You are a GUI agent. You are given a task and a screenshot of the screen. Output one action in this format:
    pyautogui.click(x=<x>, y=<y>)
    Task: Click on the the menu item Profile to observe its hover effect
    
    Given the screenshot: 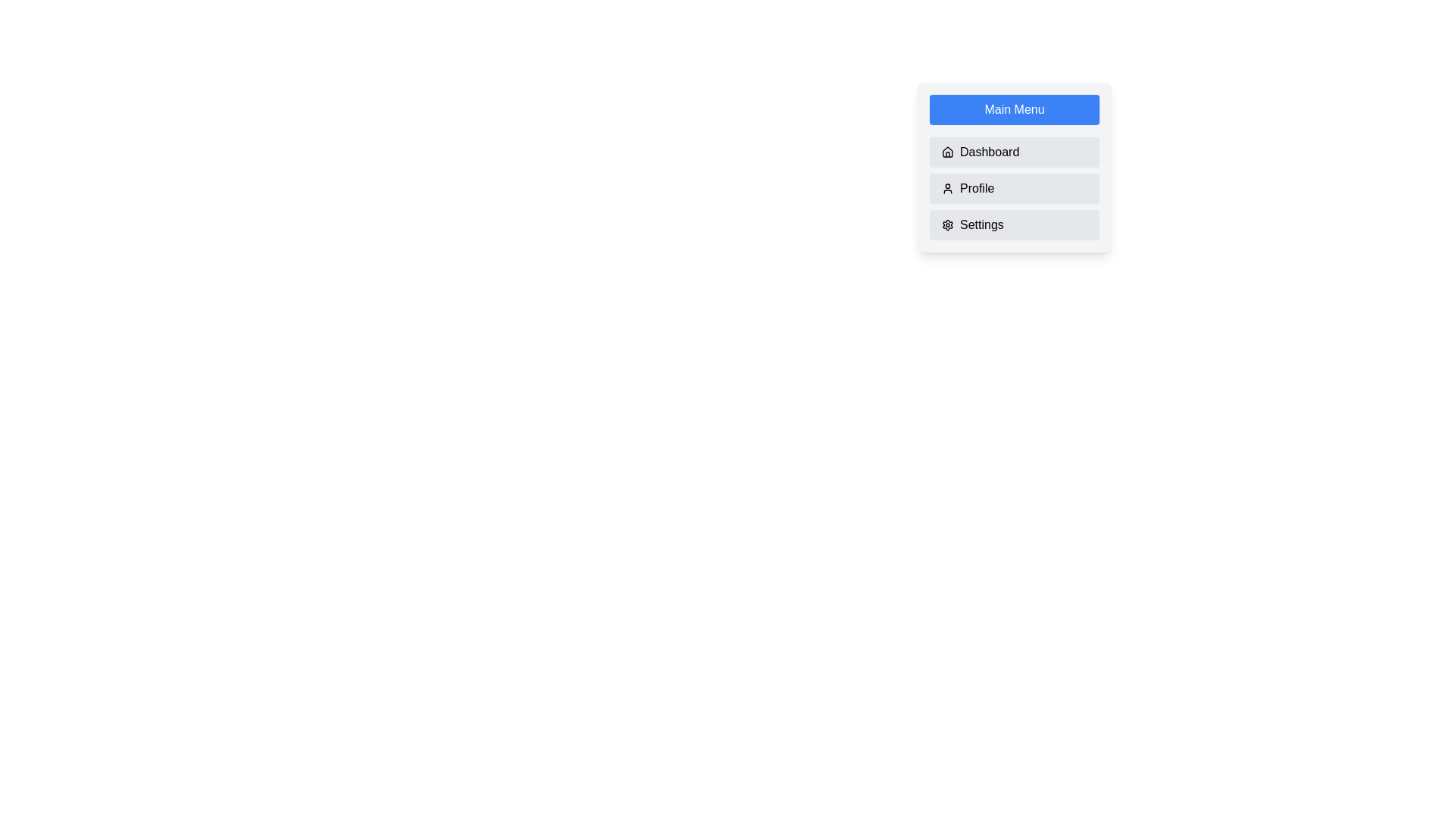 What is the action you would take?
    pyautogui.click(x=1015, y=188)
    